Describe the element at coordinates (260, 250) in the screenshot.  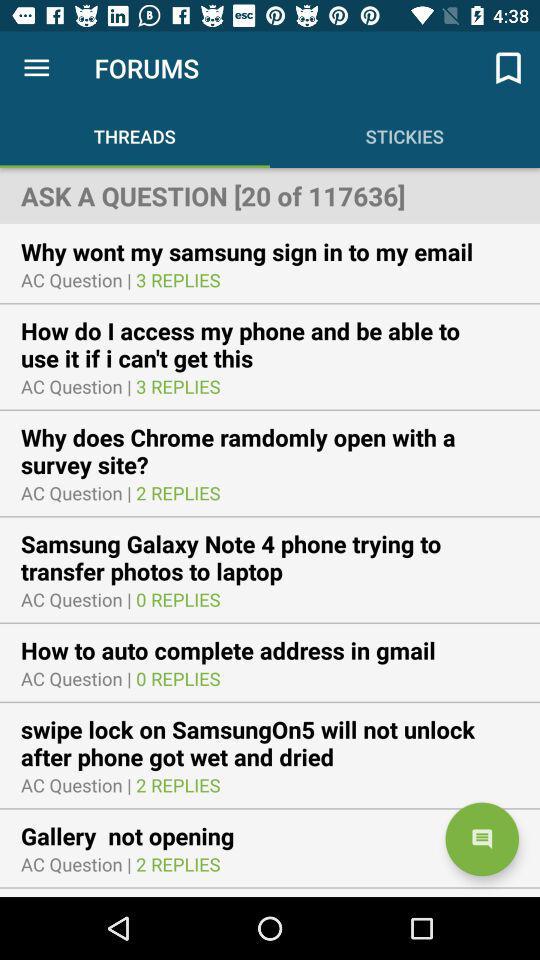
I see `why wont my` at that location.